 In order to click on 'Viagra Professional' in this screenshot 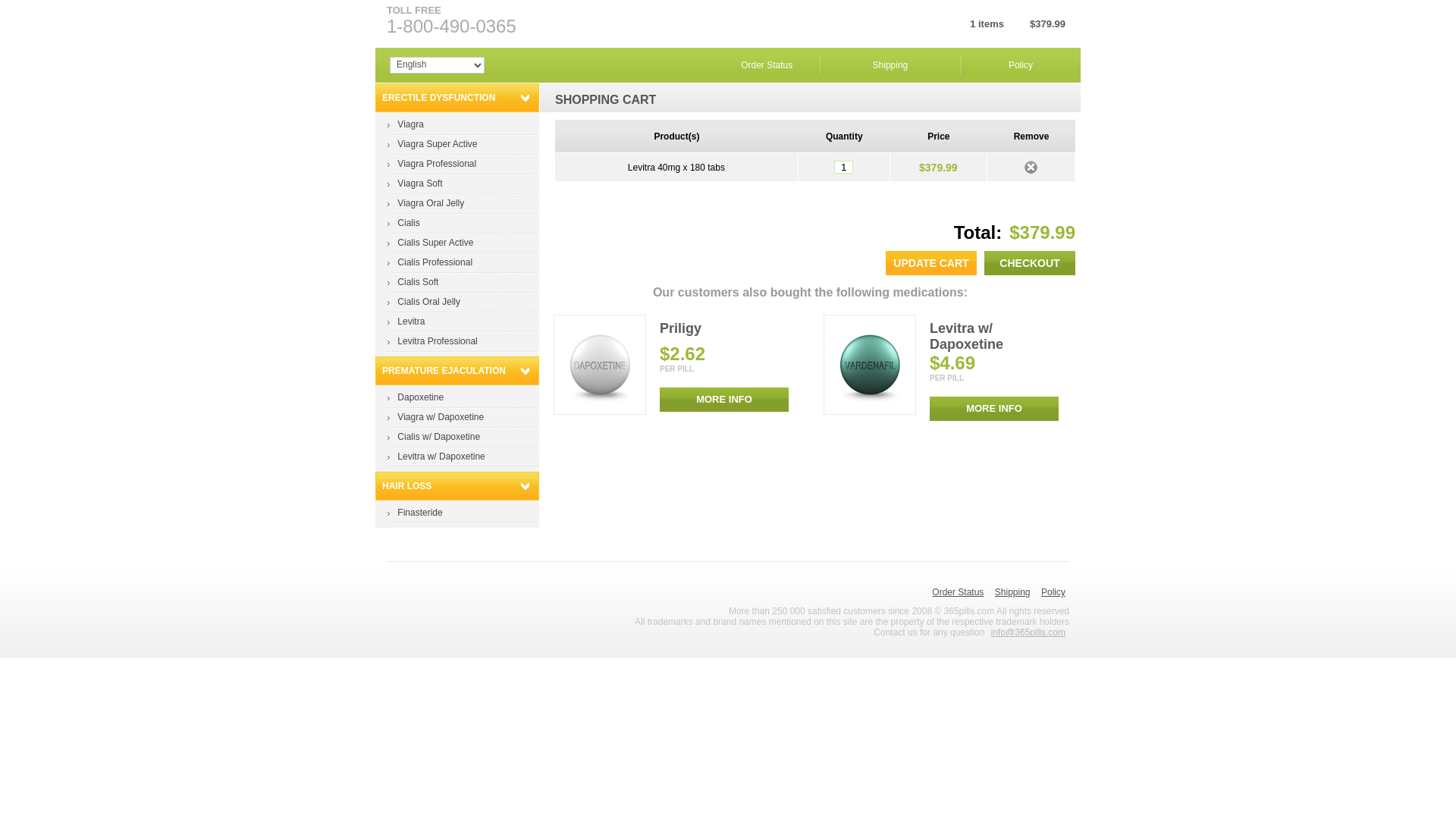, I will do `click(436, 164)`.